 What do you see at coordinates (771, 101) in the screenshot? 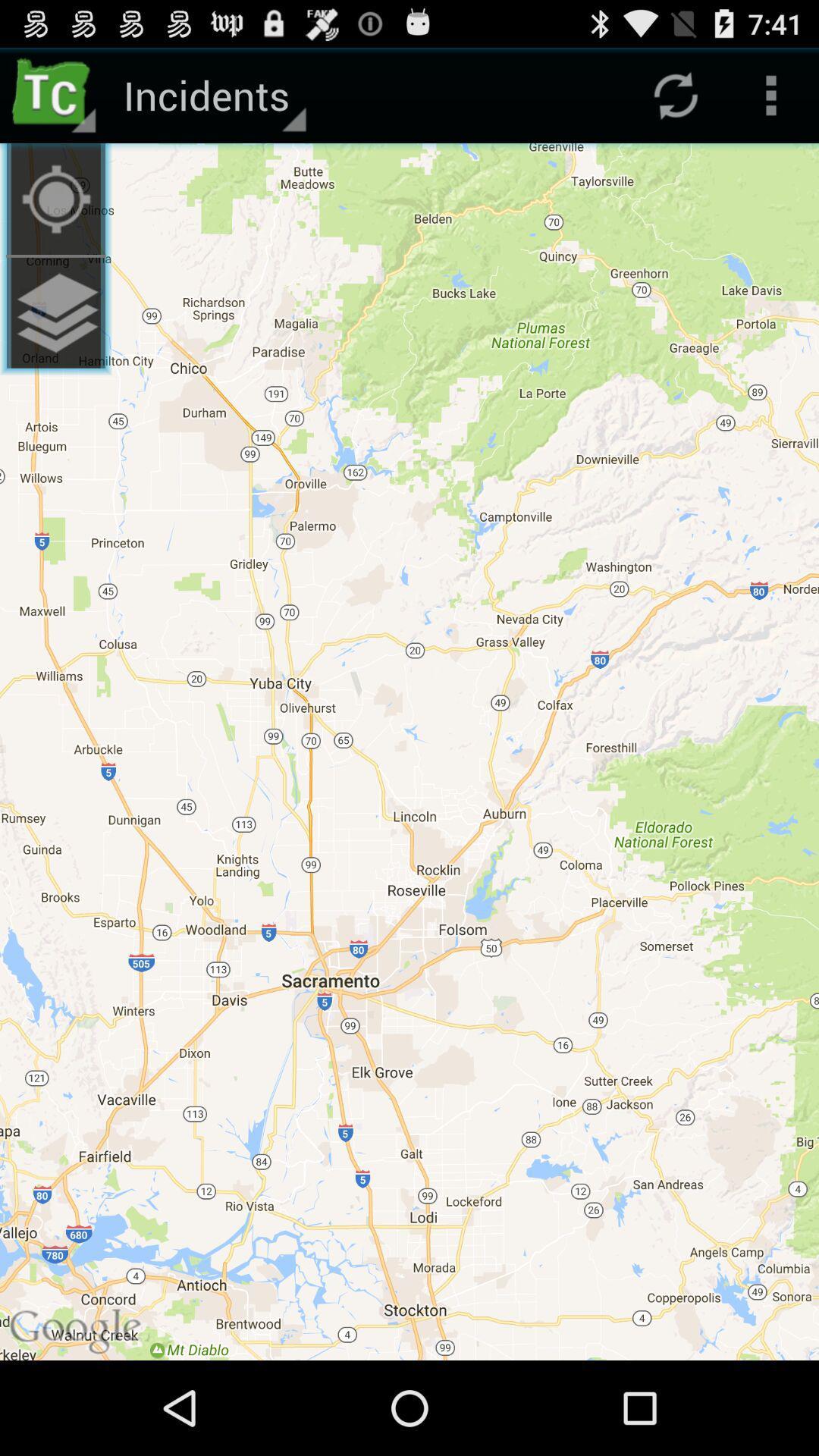
I see `the more icon` at bounding box center [771, 101].